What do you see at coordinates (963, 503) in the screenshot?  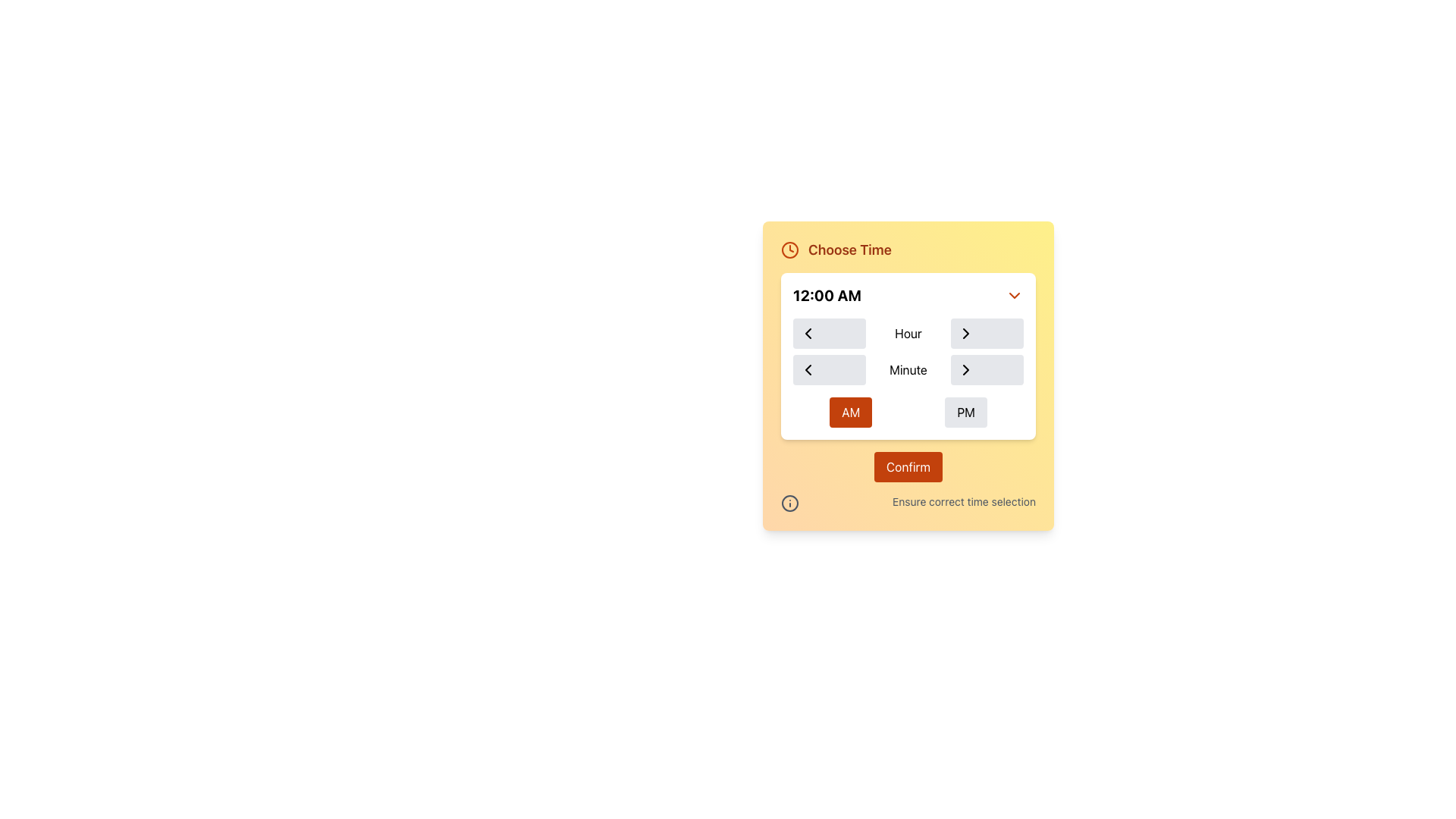 I see `the informational text label reading 'Ensure correct time selection' located in the footer of the 'Choose Time' interface` at bounding box center [963, 503].